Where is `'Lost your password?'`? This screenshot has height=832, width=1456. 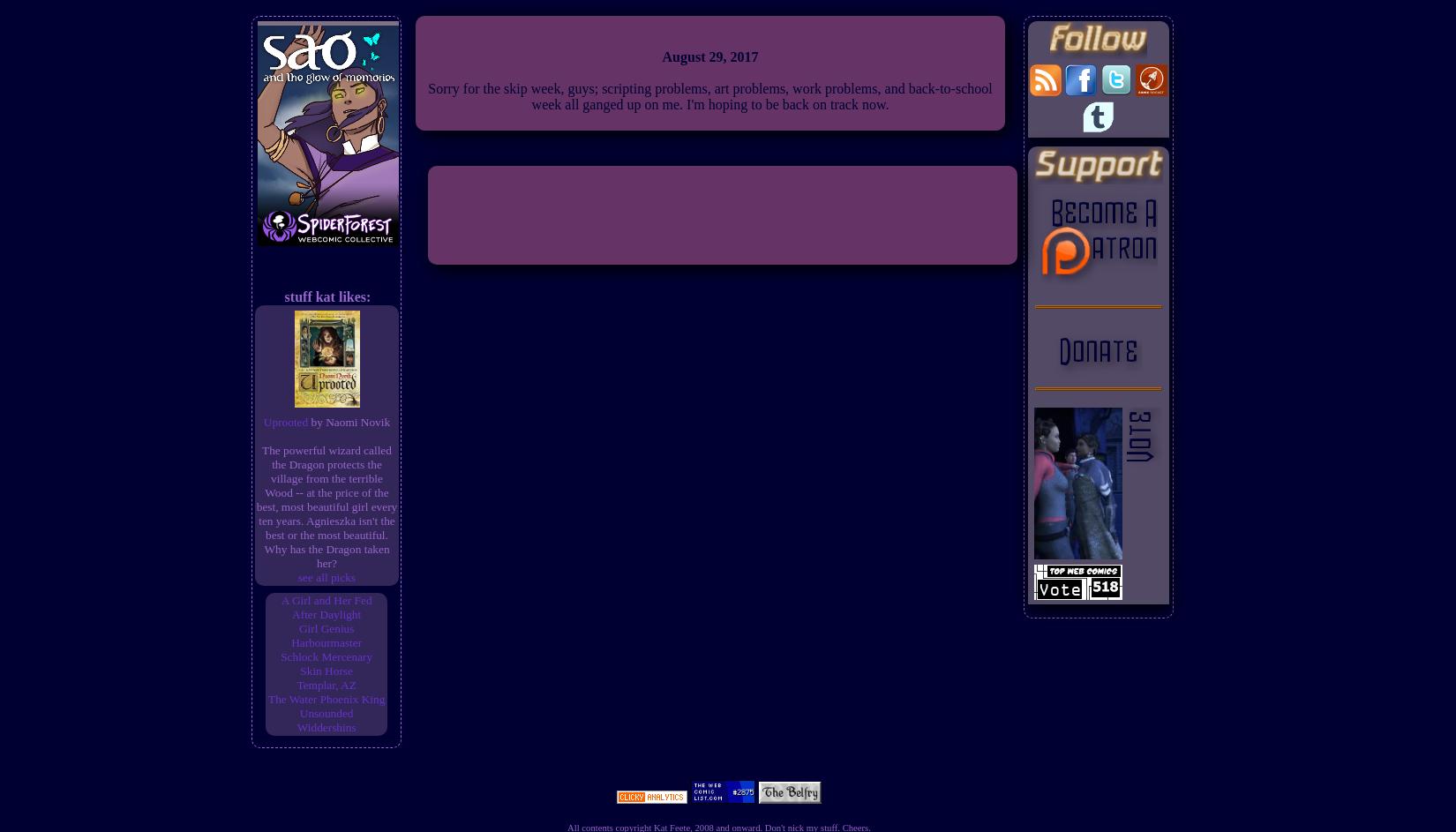
'Lost your password?' is located at coordinates (721, 670).